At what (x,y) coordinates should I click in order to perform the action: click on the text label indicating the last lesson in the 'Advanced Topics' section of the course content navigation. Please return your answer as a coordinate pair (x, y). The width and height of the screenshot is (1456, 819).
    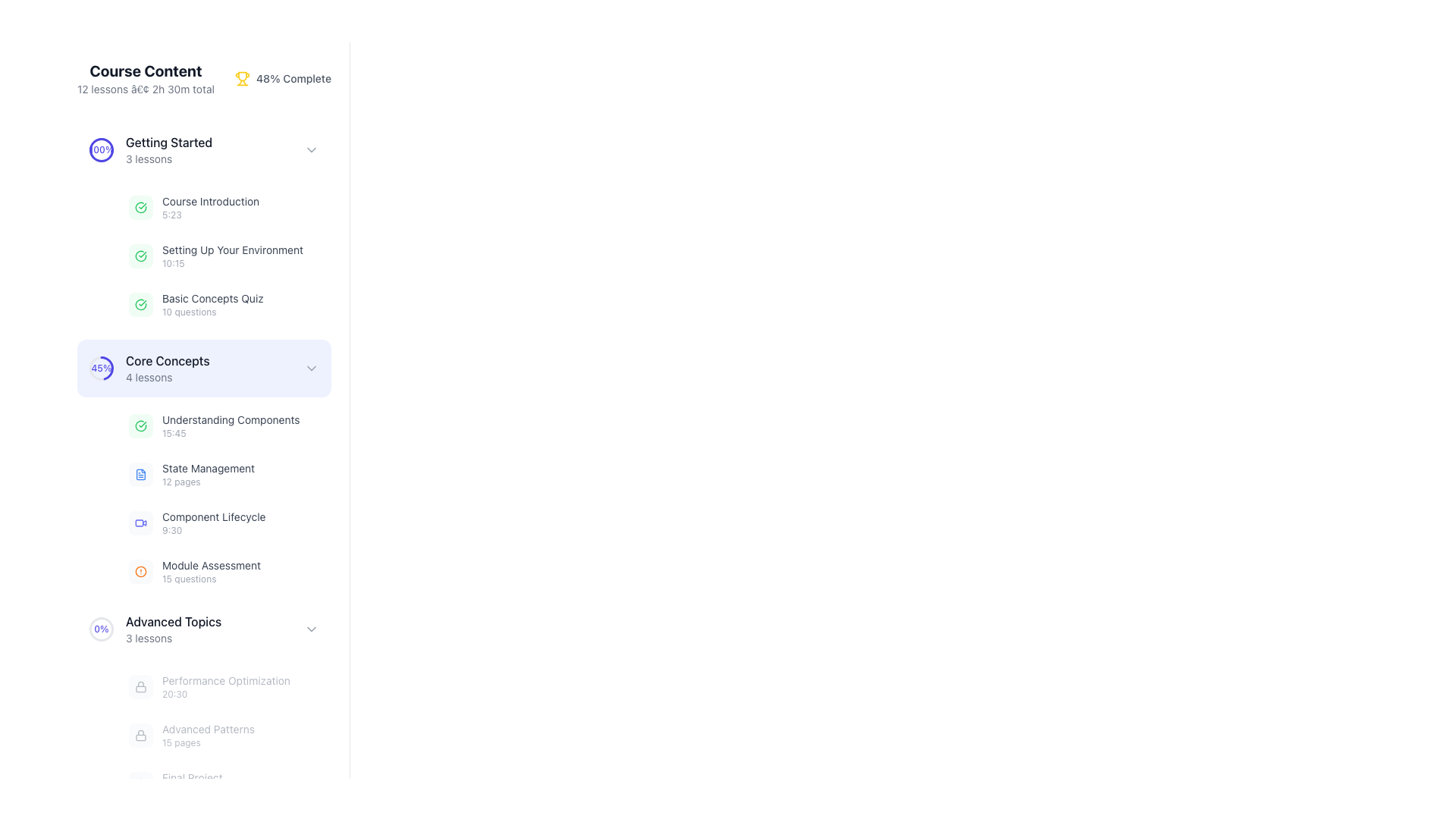
    Looking at the image, I should click on (191, 783).